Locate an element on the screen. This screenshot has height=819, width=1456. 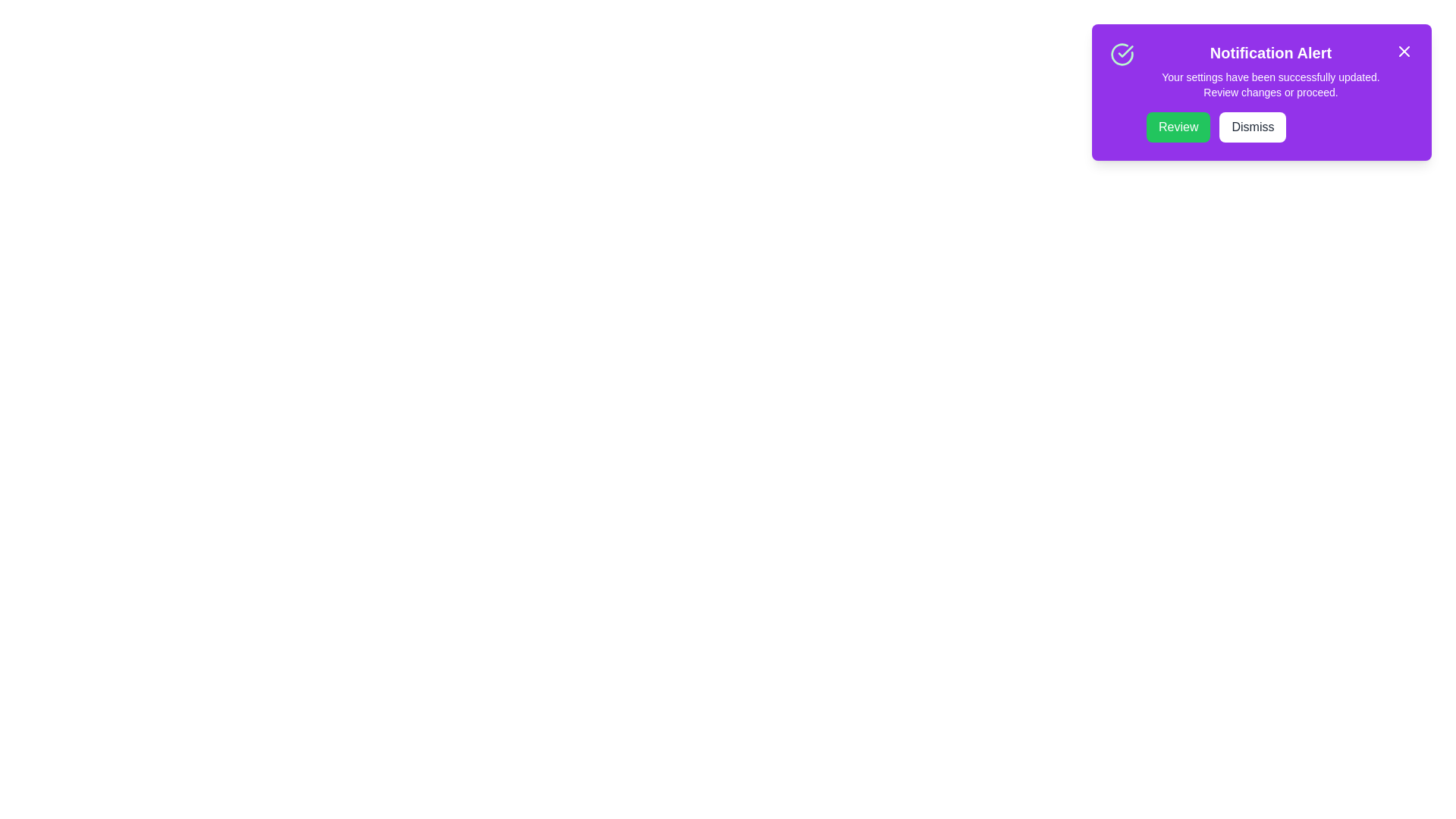
the first button on the left side of the horizontal layout to review updates or changes is located at coordinates (1178, 127).